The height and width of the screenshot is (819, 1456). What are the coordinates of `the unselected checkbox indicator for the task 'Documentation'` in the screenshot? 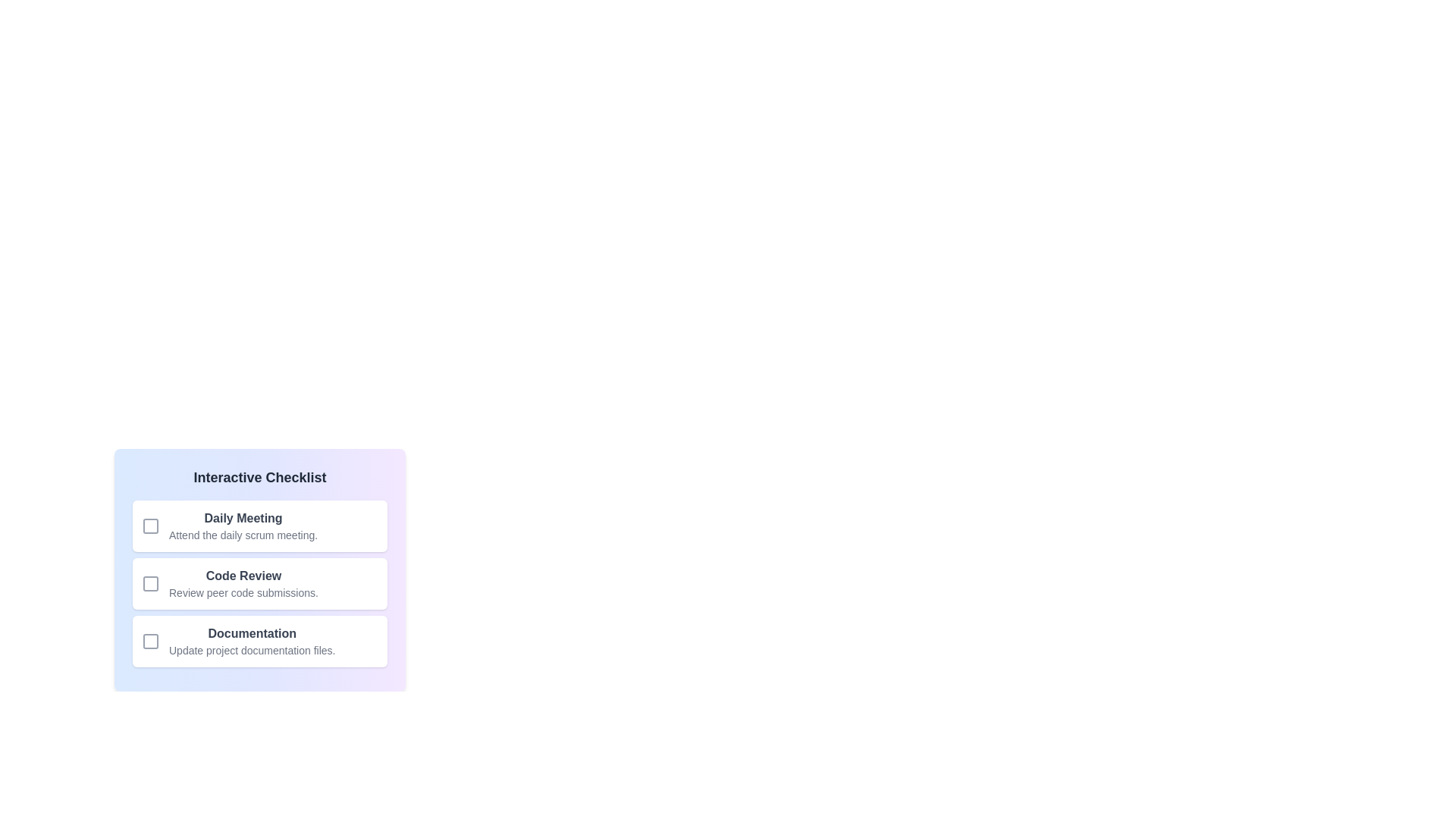 It's located at (150, 641).